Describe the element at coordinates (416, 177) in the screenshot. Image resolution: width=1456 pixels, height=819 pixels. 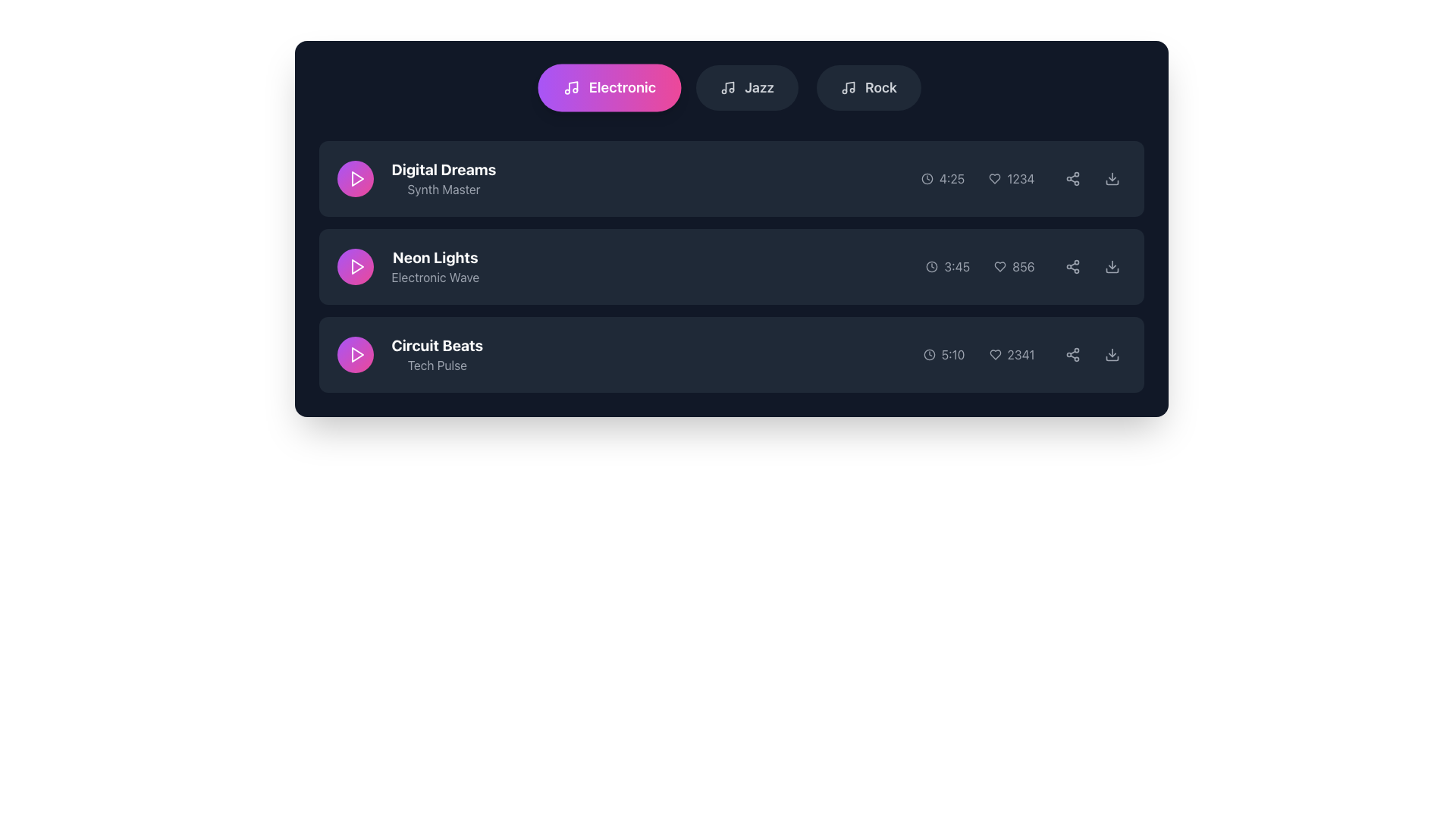
I see `the media track item labeled 'Digital Dreams' with the play button` at that location.